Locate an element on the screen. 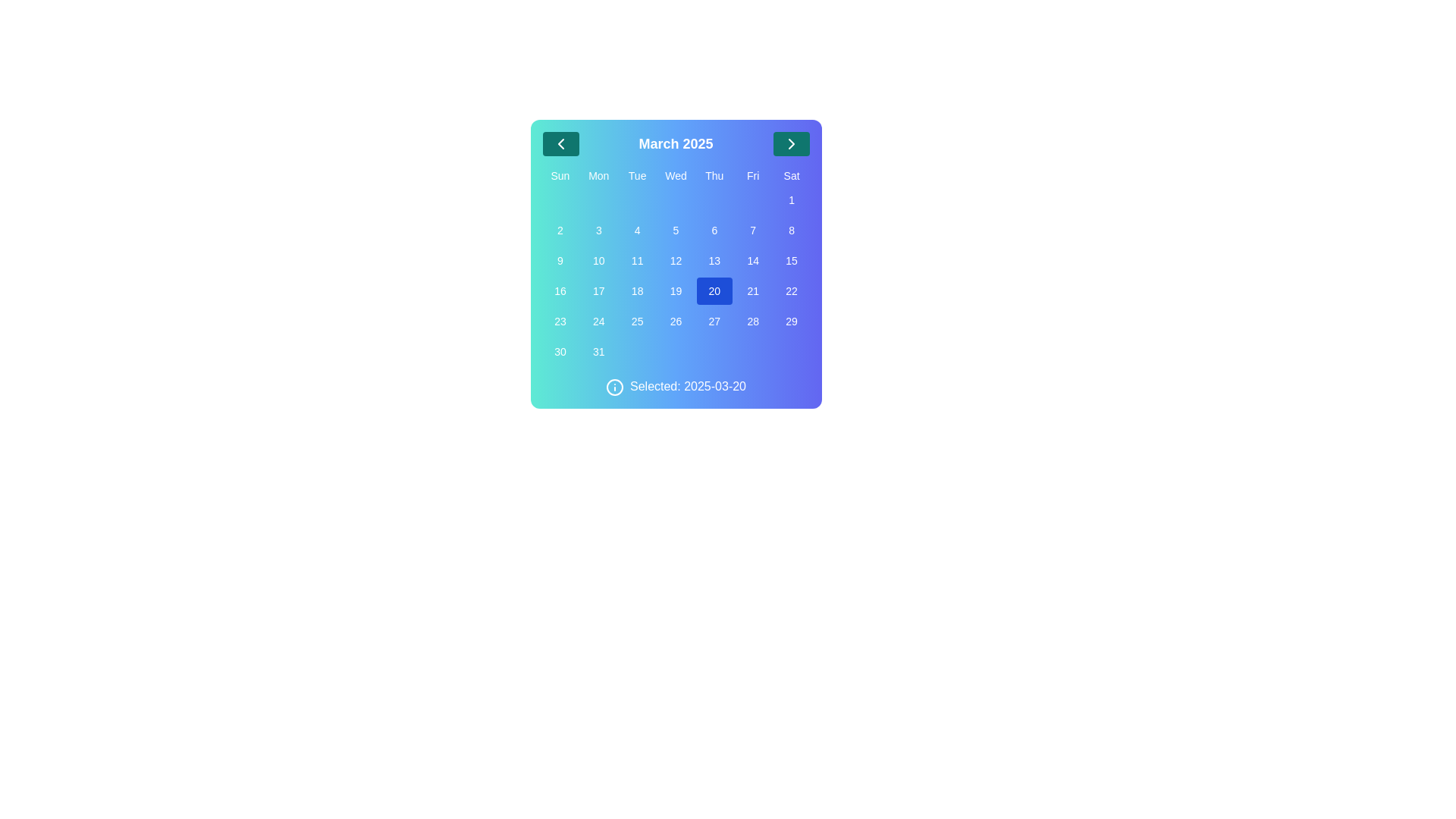 The height and width of the screenshot is (819, 1456). a specific day in the Calendar widget located beneath the main heading 'March 2025' is located at coordinates (675, 263).